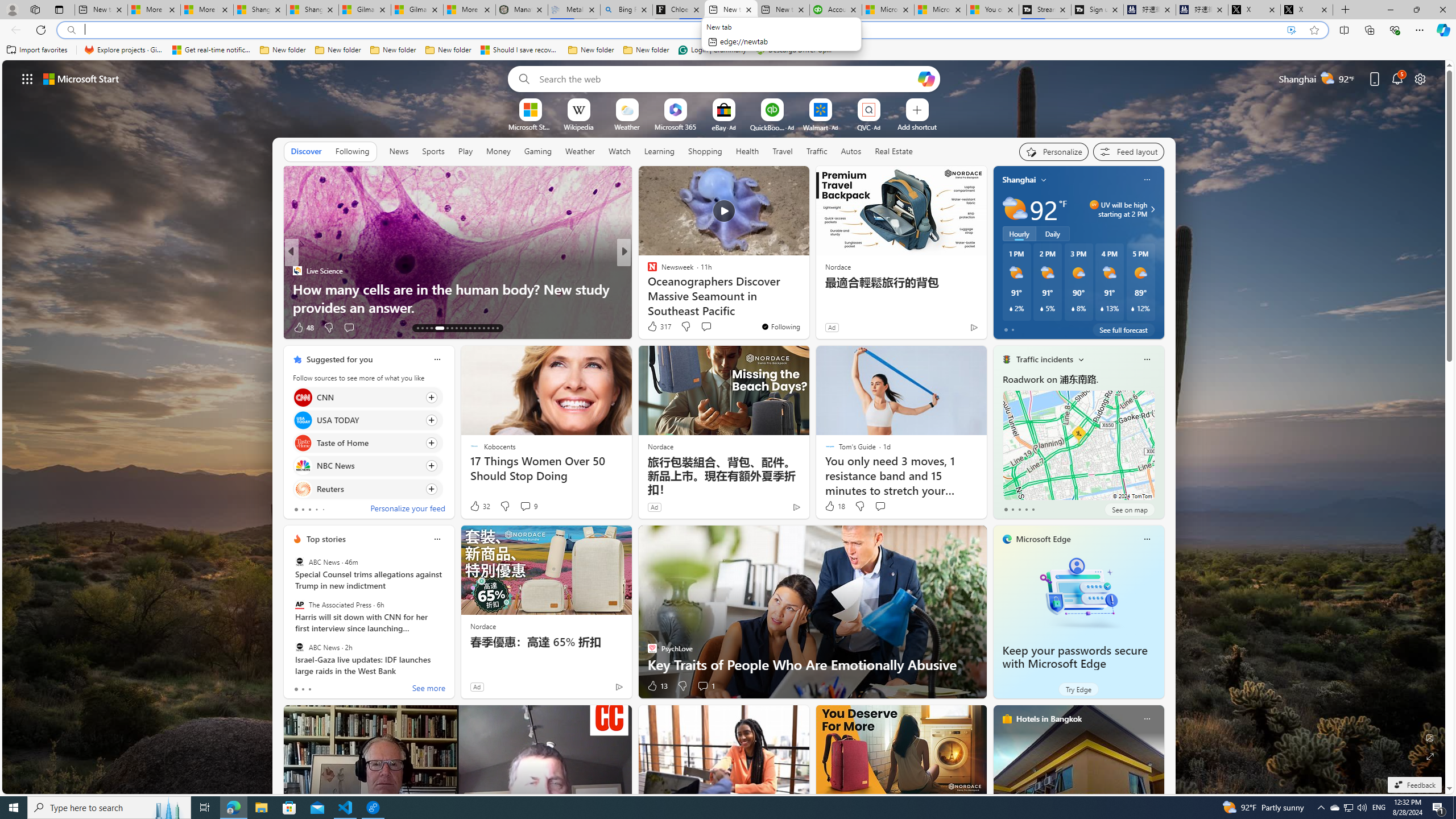 This screenshot has height=819, width=1456. What do you see at coordinates (464, 150) in the screenshot?
I see `'Play'` at bounding box center [464, 150].